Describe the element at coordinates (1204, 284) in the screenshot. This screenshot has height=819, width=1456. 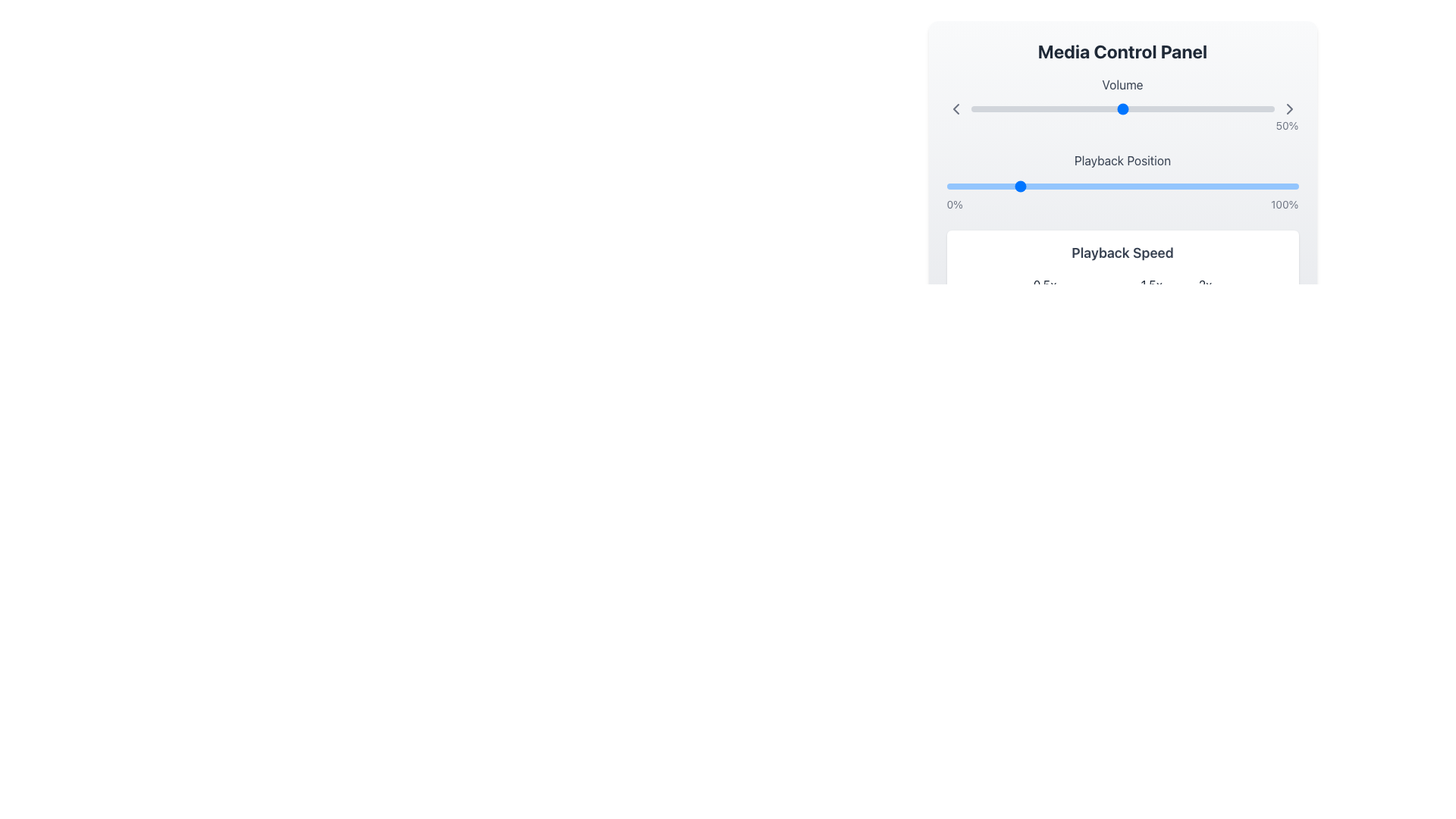
I see `the playback speed button that sets the speed to 2x, located in the fourth position of the horizontally aligned group of buttons in the 'Playback Speed' section of the media control panel` at that location.